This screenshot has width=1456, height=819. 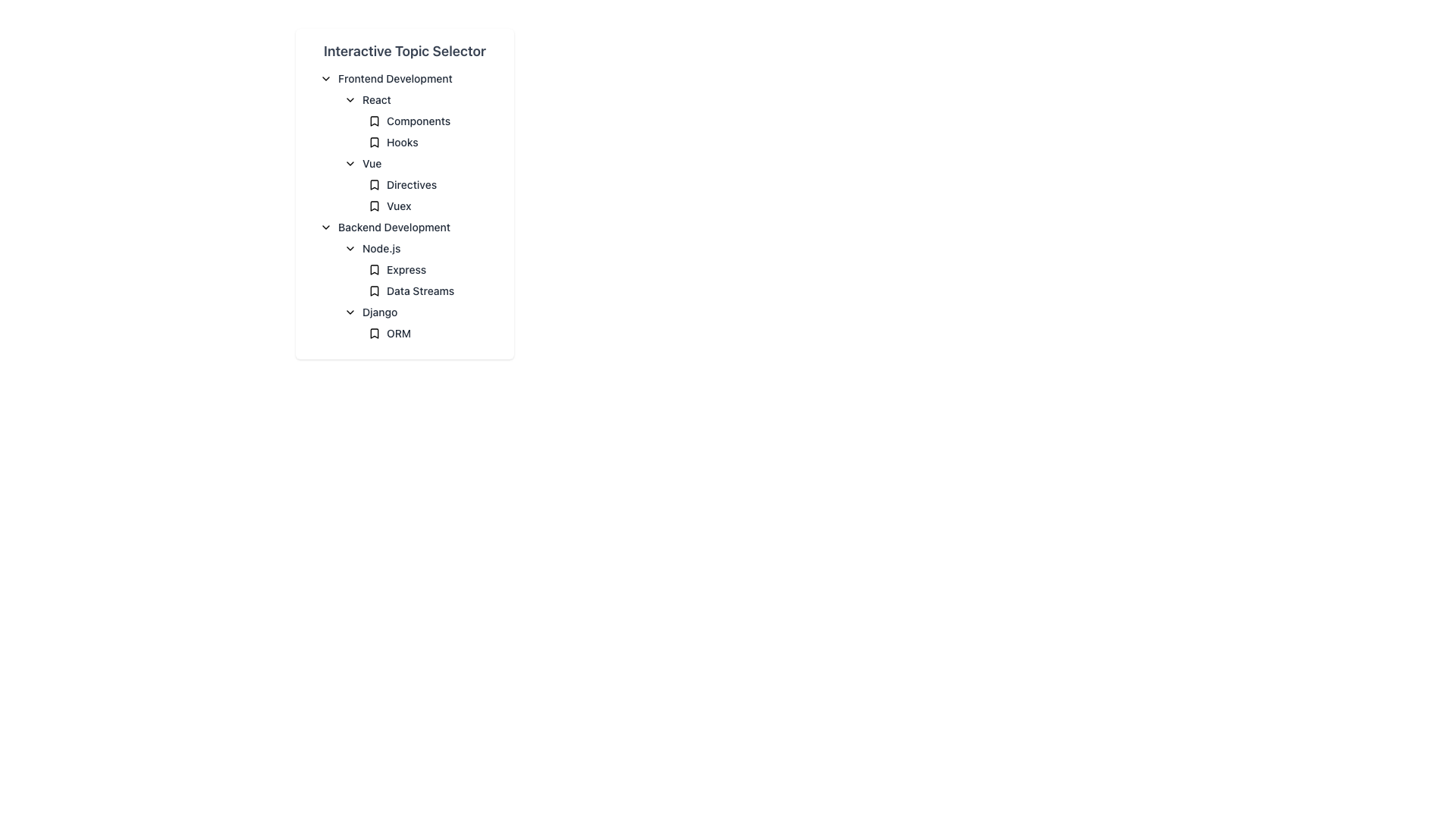 What do you see at coordinates (375, 120) in the screenshot?
I see `the bookmark icon located to the left of the 'Components' label in the 'React' category to interact with its attached function` at bounding box center [375, 120].